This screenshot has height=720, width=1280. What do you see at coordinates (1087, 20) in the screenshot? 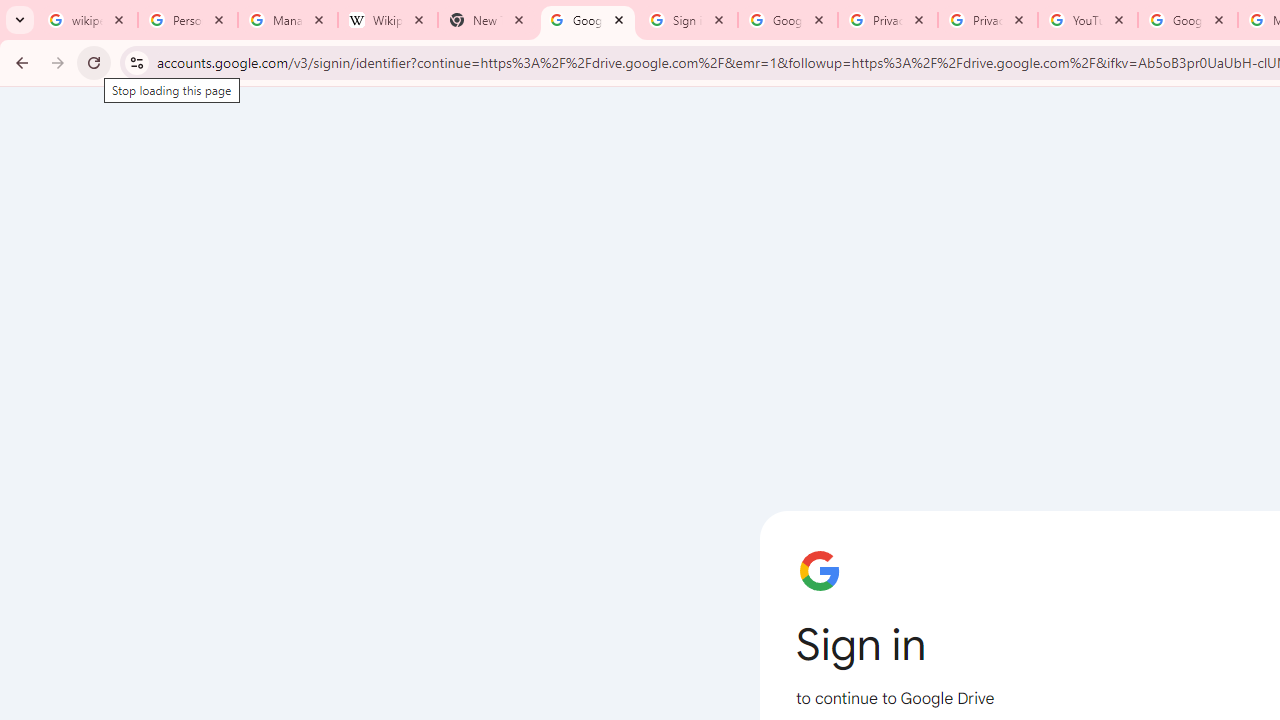
I see `'YouTube'` at bounding box center [1087, 20].